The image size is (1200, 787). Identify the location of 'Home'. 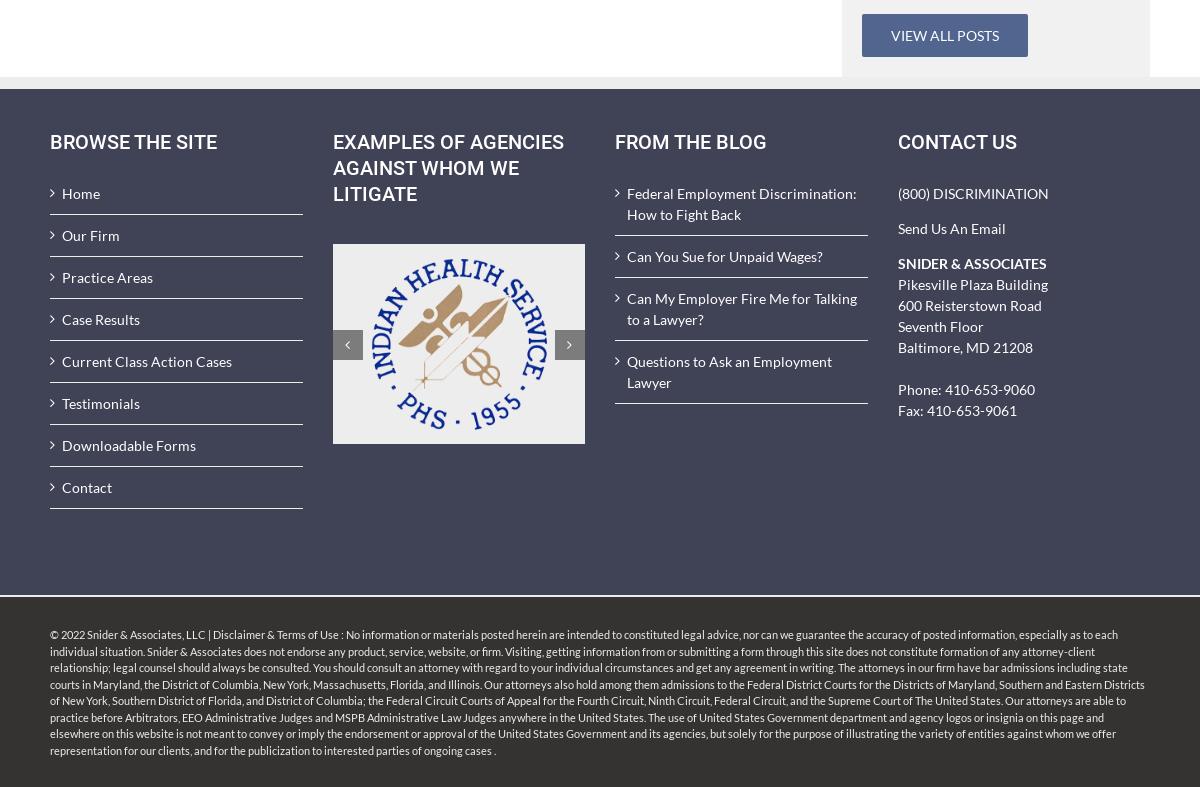
(81, 193).